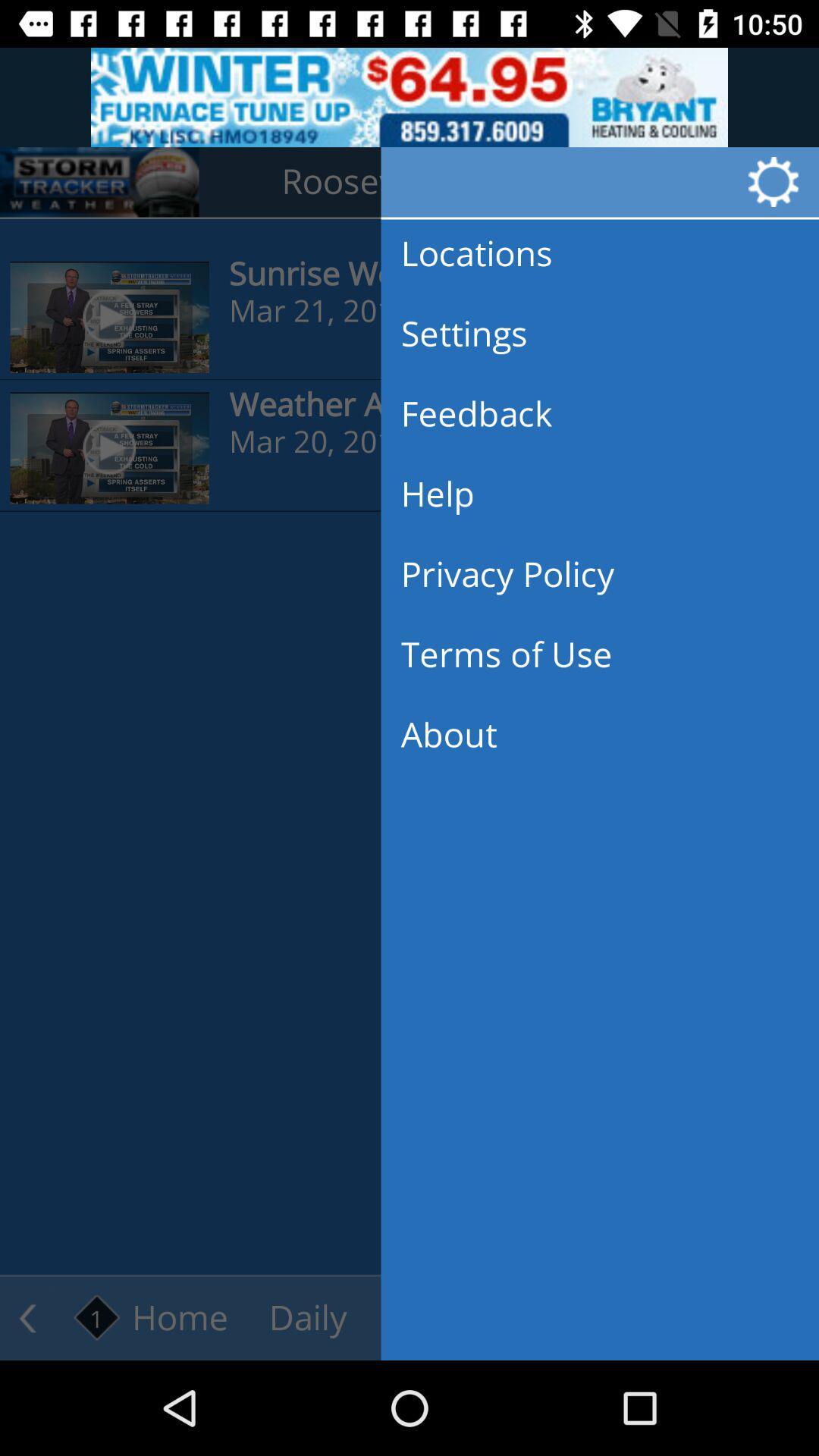 The image size is (819, 1456). What do you see at coordinates (307, 1317) in the screenshot?
I see `the text daily which is right side of home` at bounding box center [307, 1317].